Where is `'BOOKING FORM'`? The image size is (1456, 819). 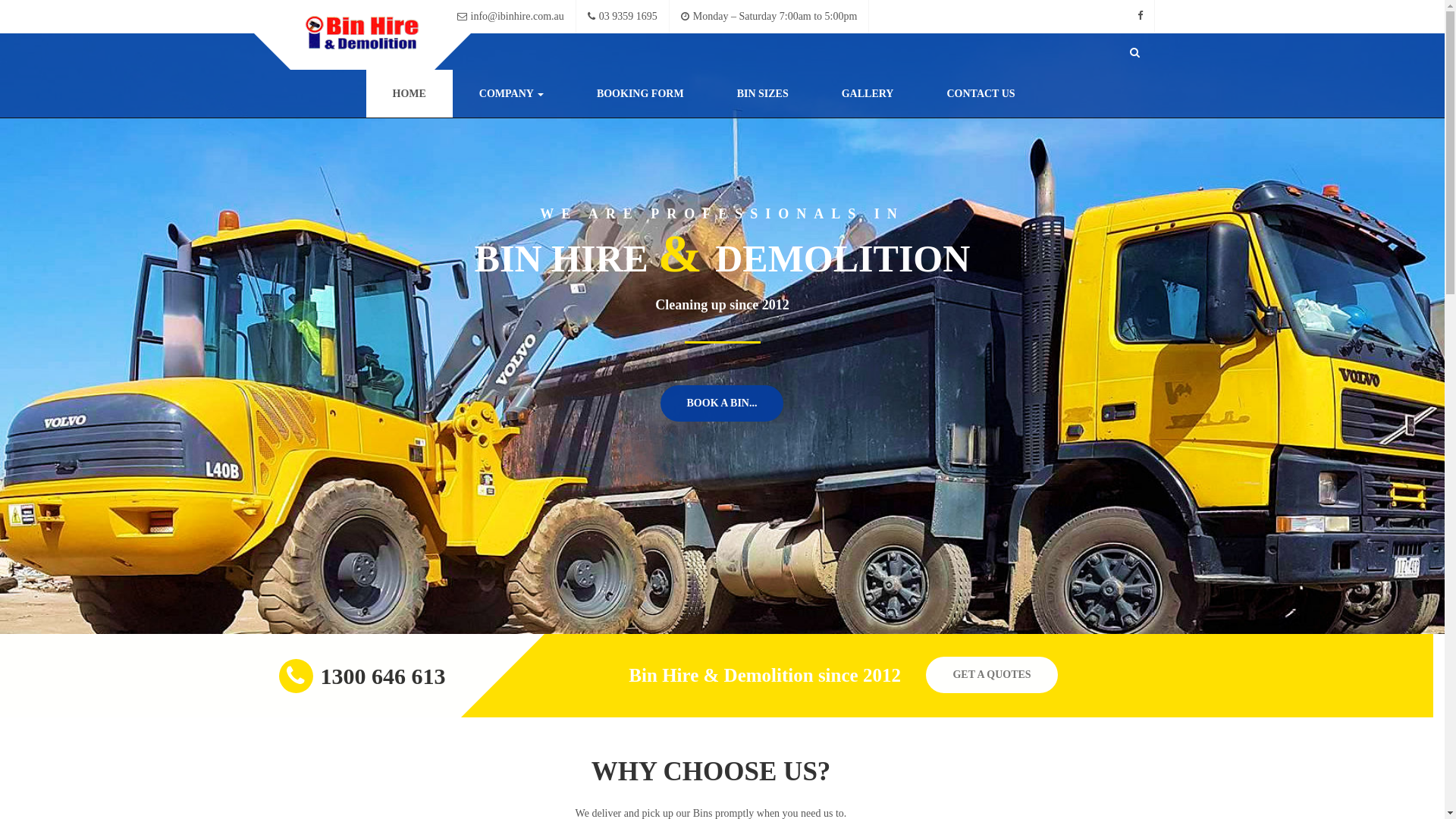 'BOOKING FORM' is located at coordinates (640, 93).